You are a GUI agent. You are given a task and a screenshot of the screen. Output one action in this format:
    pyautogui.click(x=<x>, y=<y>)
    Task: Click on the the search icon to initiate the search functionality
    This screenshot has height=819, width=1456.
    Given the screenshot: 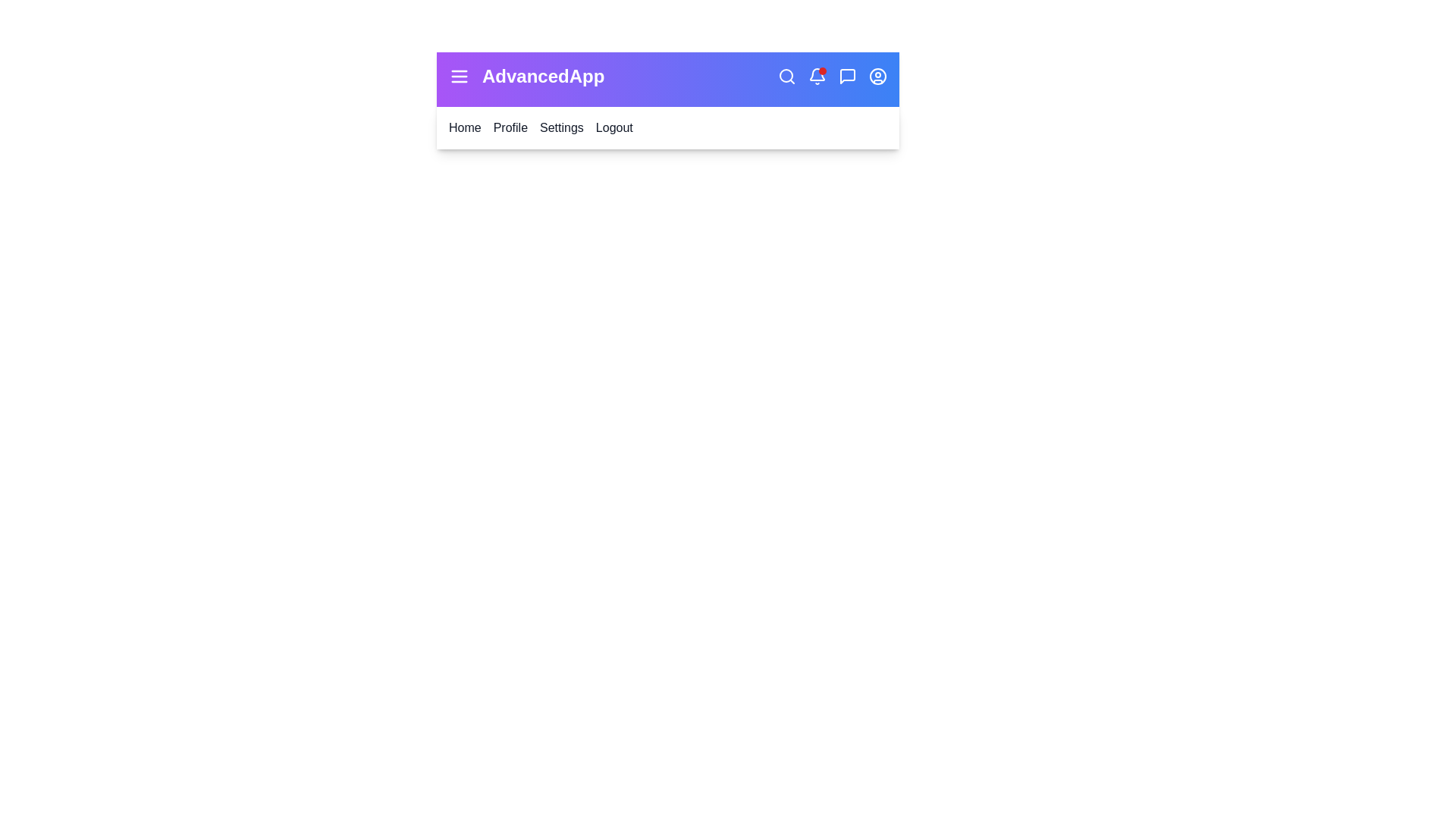 What is the action you would take?
    pyautogui.click(x=786, y=76)
    